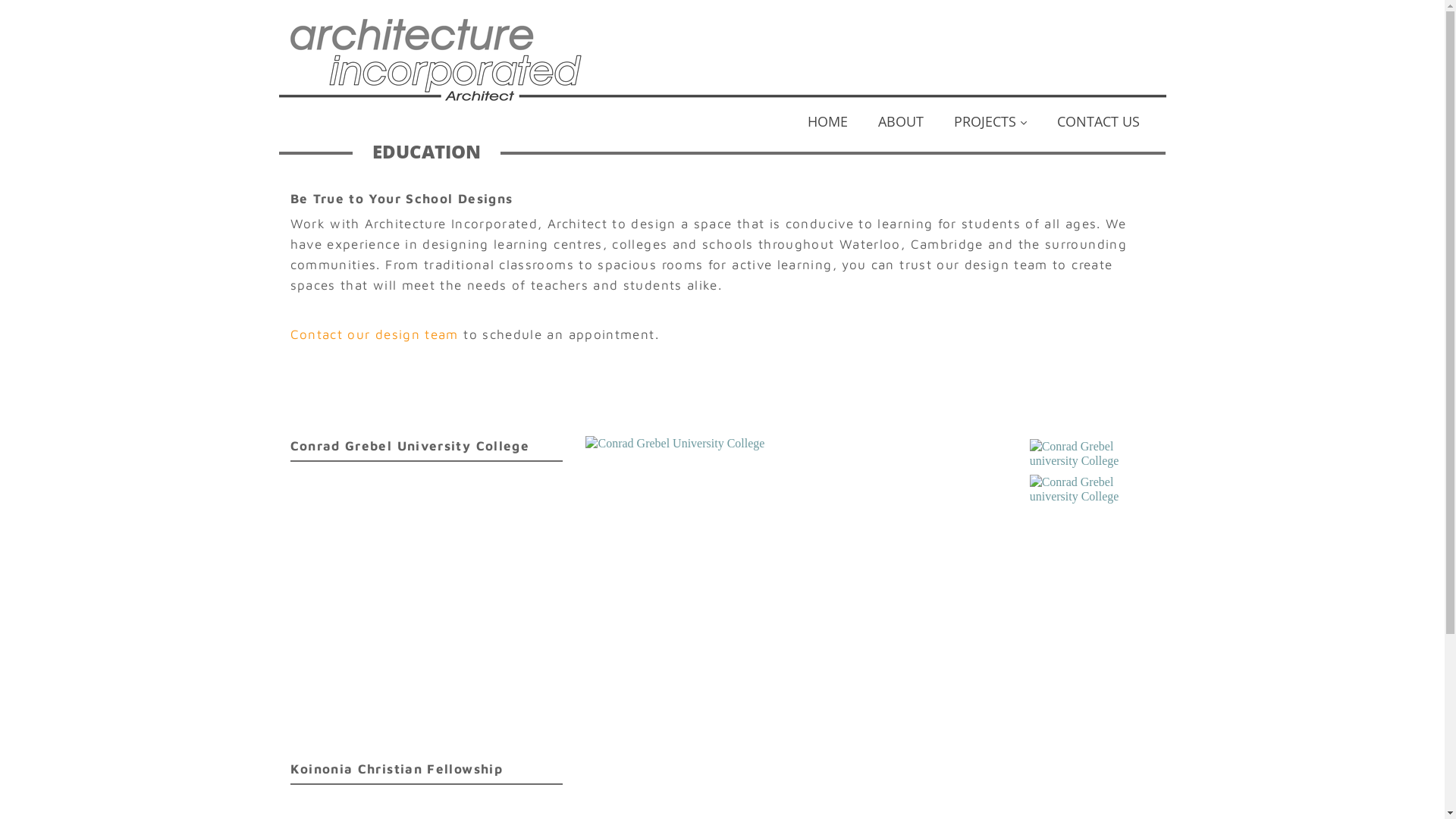  I want to click on 'Contact our design team', so click(374, 332).